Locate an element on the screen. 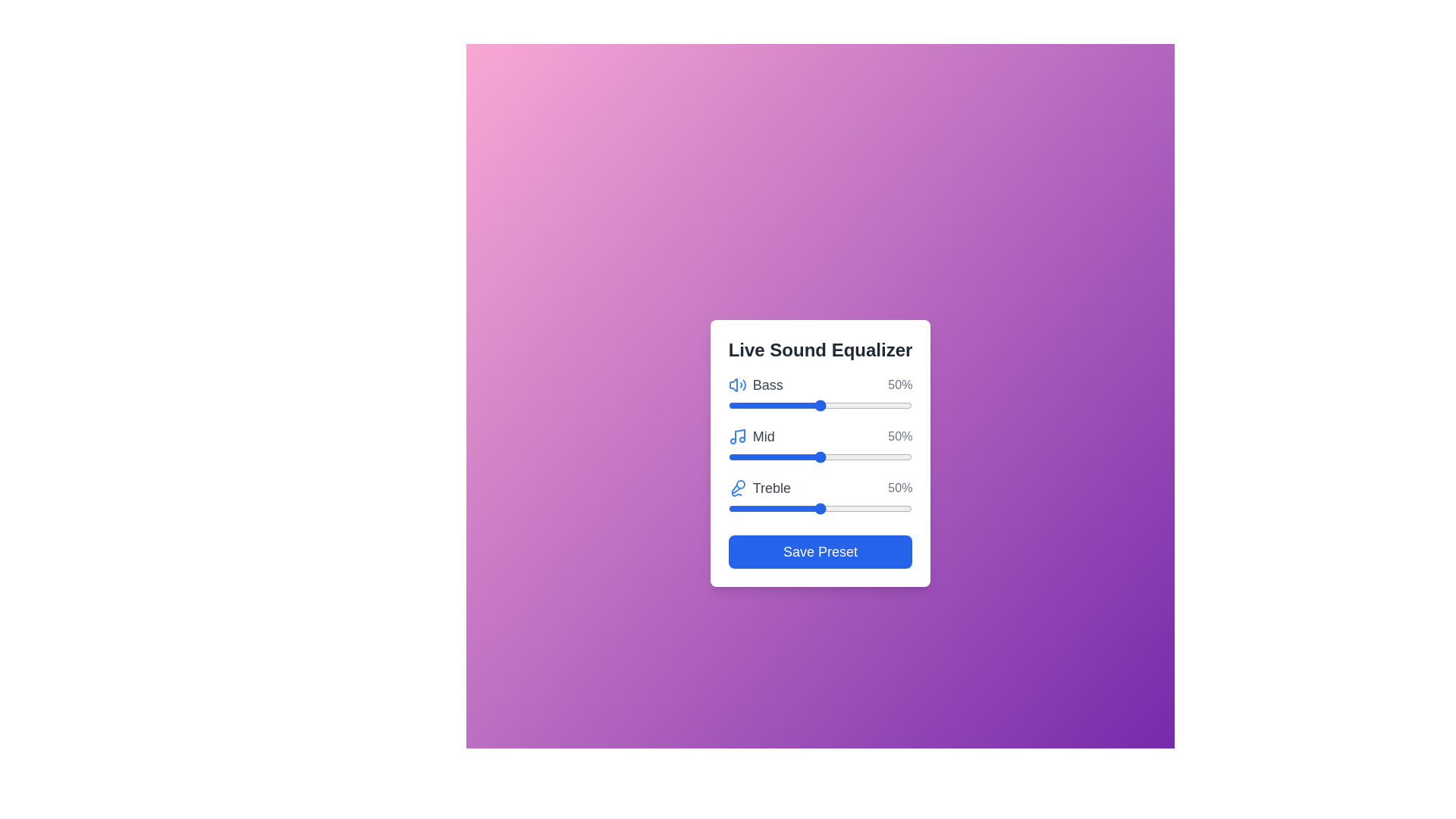  the Bass slider to 41% is located at coordinates (803, 405).